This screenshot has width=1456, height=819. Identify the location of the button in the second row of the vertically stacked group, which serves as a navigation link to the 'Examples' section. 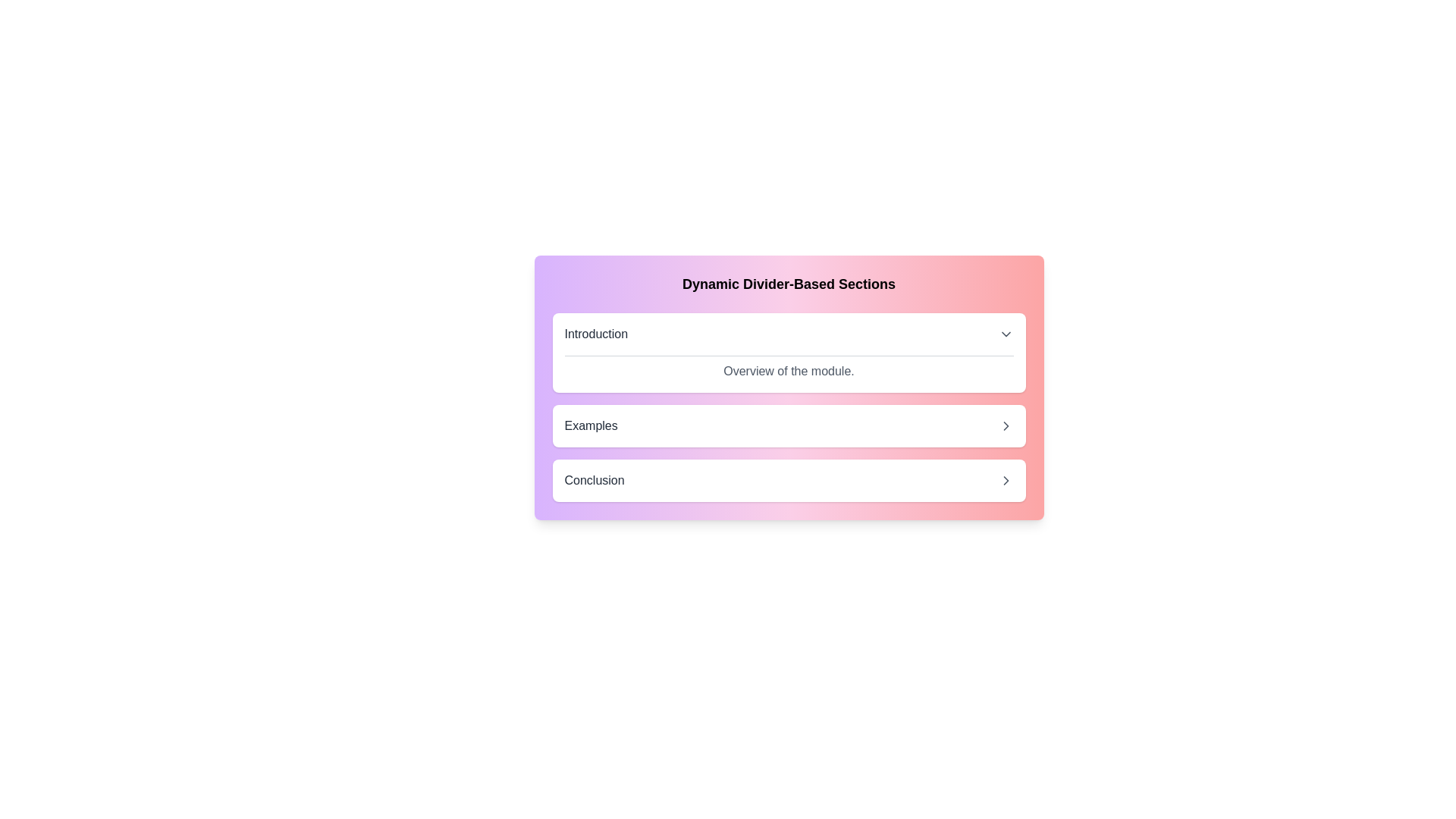
(789, 426).